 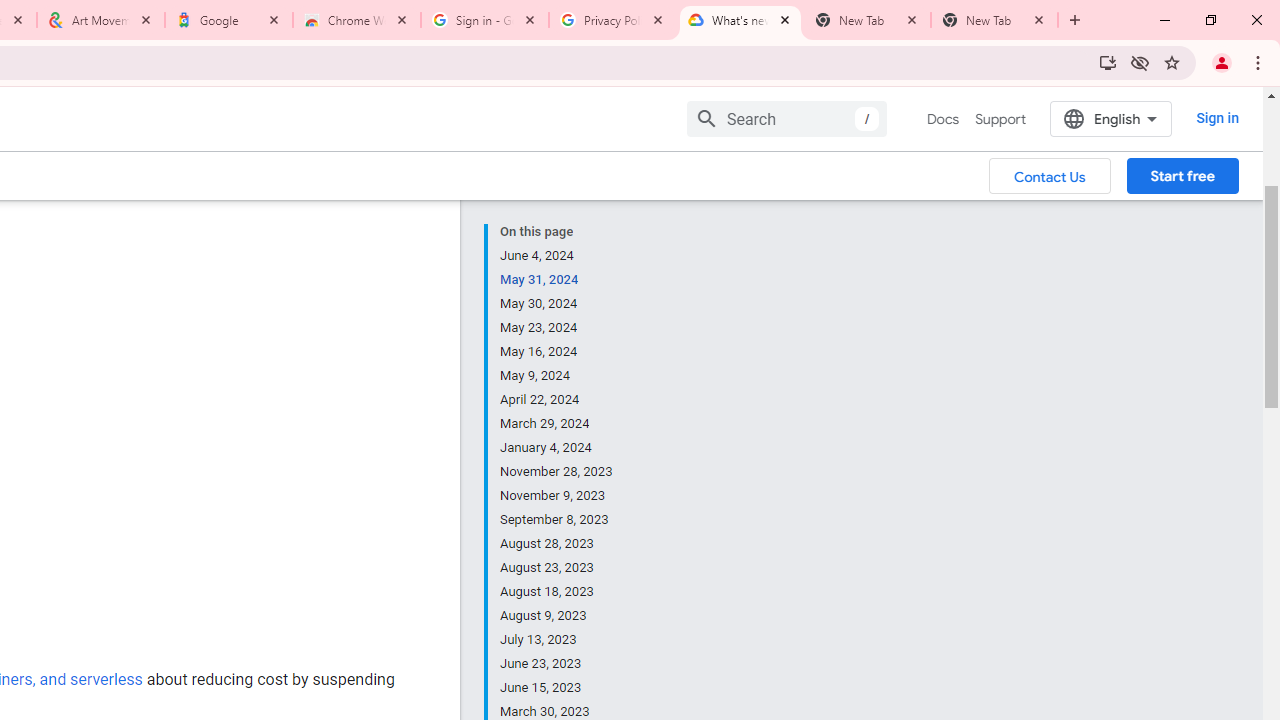 I want to click on 'Docs, selected', so click(x=941, y=119).